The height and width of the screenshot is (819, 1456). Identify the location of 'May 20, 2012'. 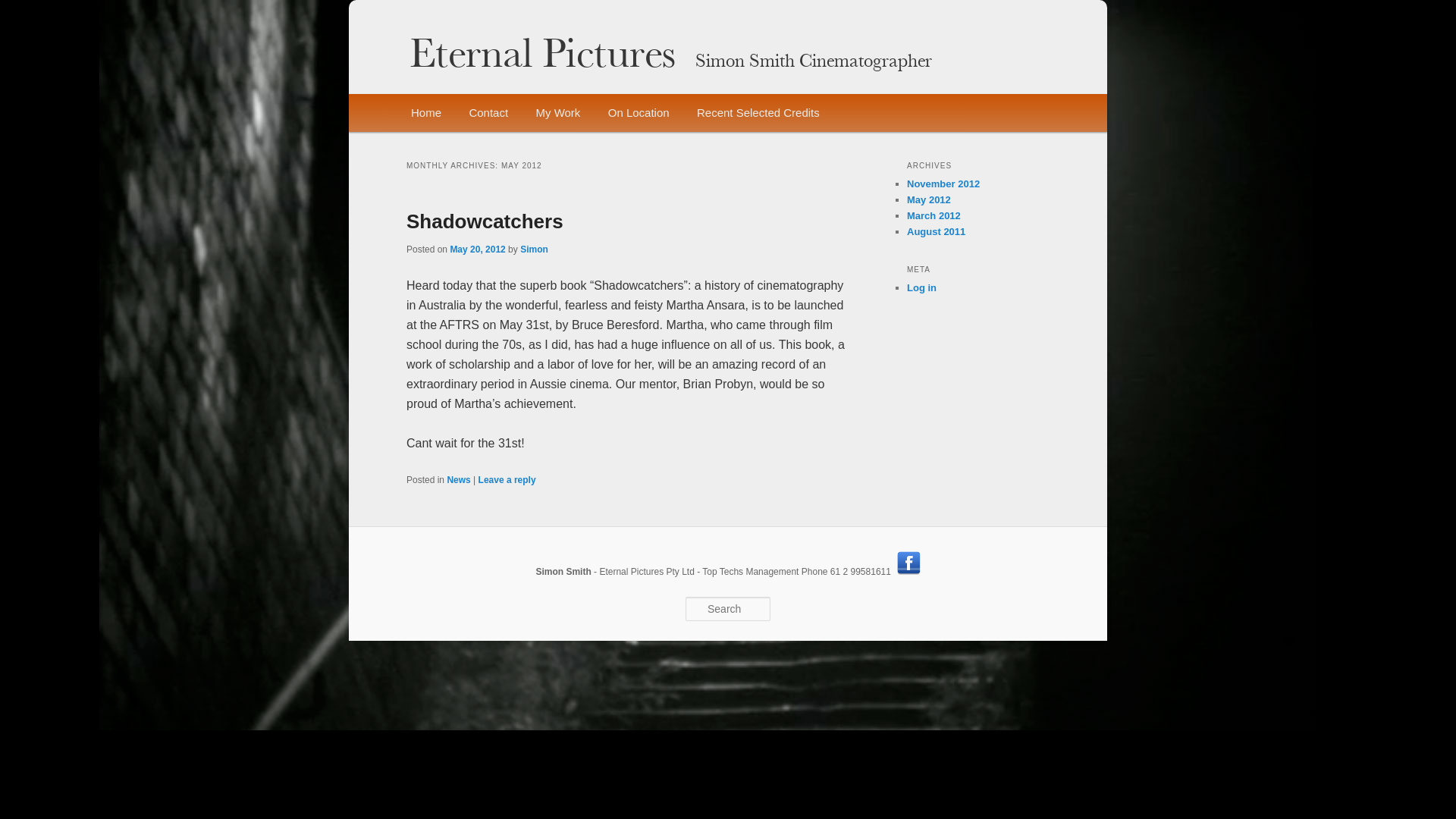
(476, 248).